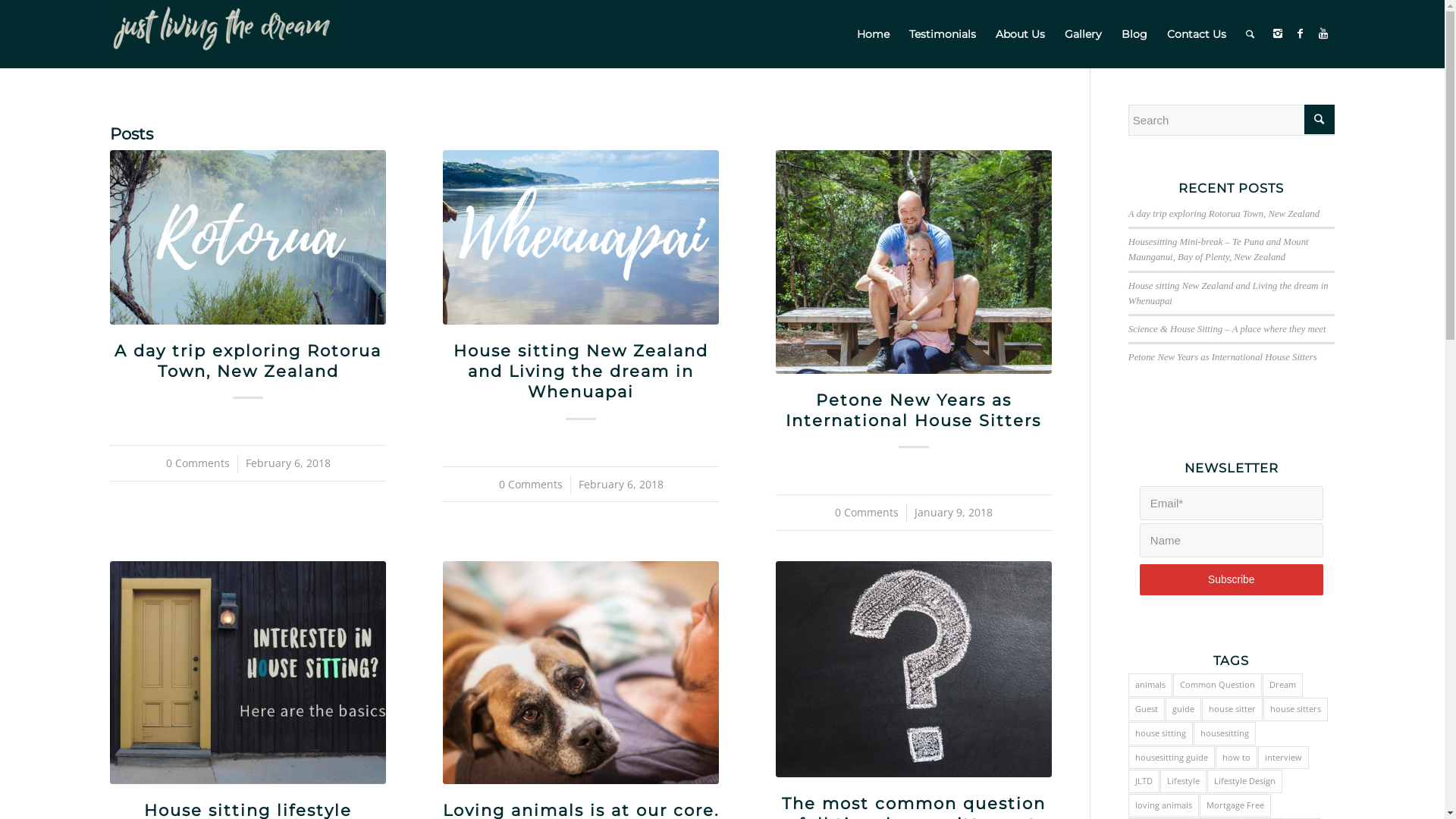 Image resolution: width=1456 pixels, height=819 pixels. Describe the element at coordinates (1299, 33) in the screenshot. I see `'Facebook'` at that location.